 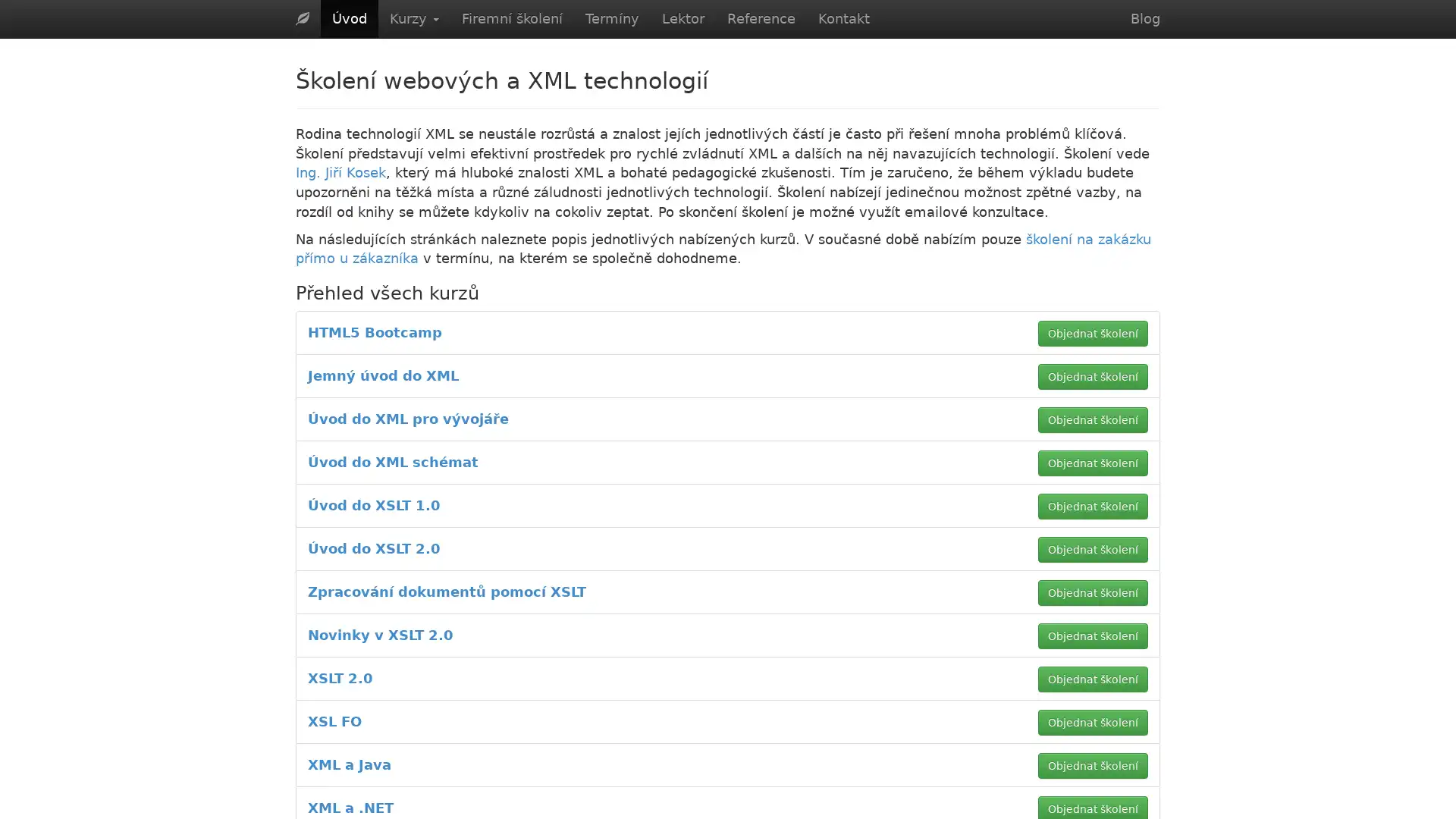 I want to click on Objednat skoleni, so click(x=1093, y=636).